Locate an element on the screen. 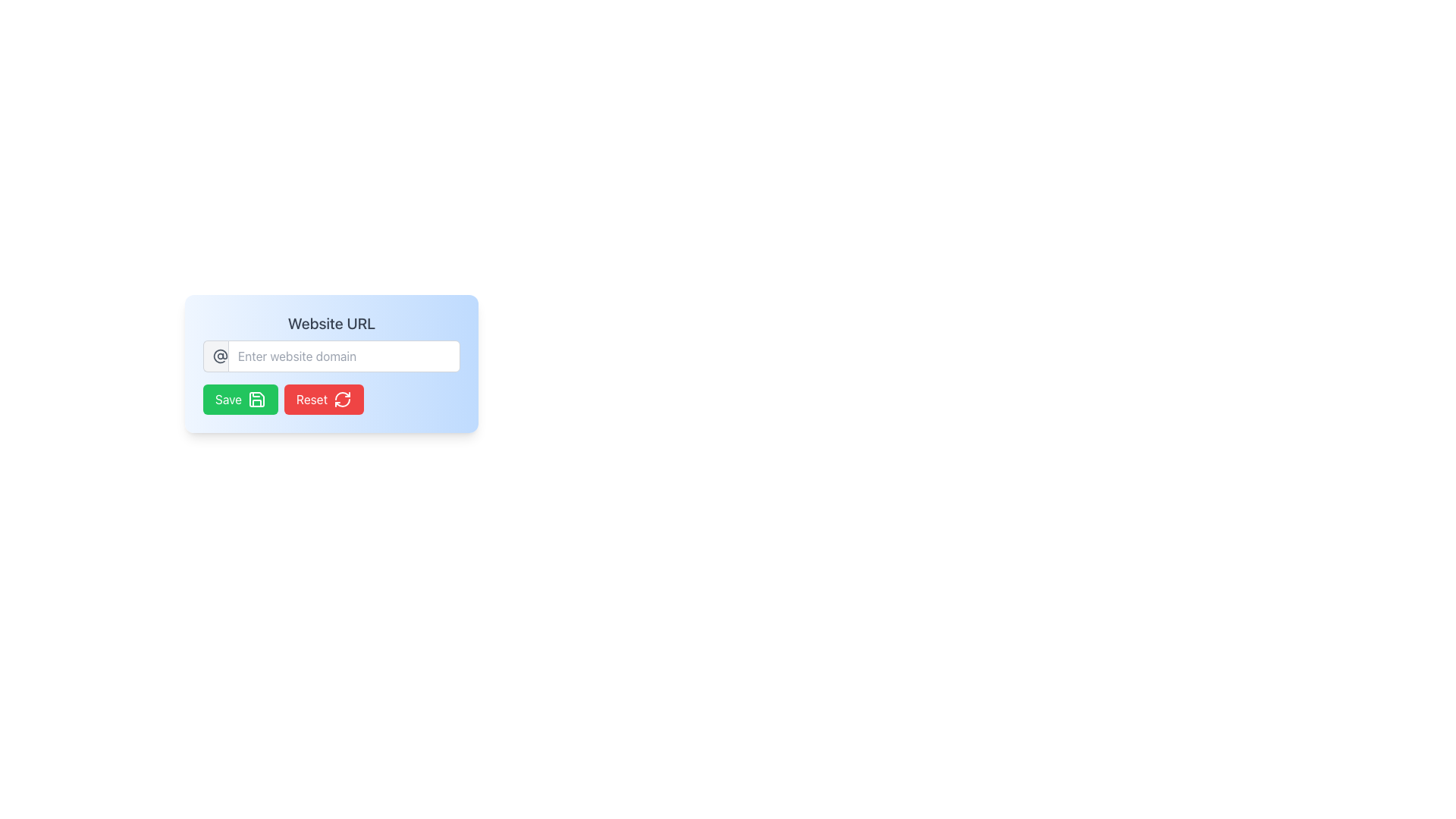 This screenshot has height=819, width=1456. the 'Reset' button with a red background and white text, located under the label 'Website URL' is located at coordinates (323, 399).